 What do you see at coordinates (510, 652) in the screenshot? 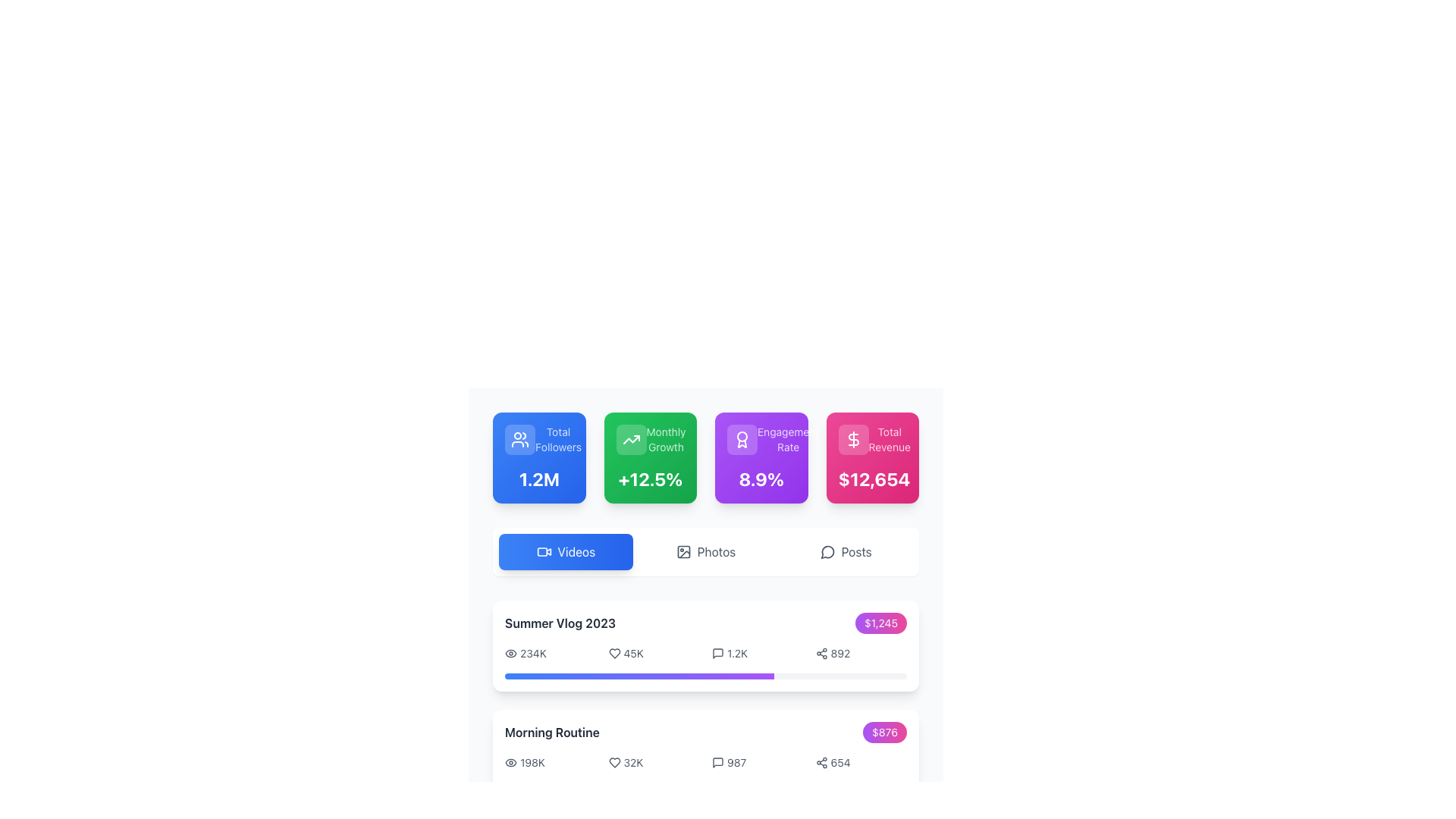
I see `the eye icon, which is a distinct dark gray minimalistic icon located to the left of the text '234K' in the first row of the 'Summer Vlog 2023' card under the 'Videos' tab` at bounding box center [510, 652].